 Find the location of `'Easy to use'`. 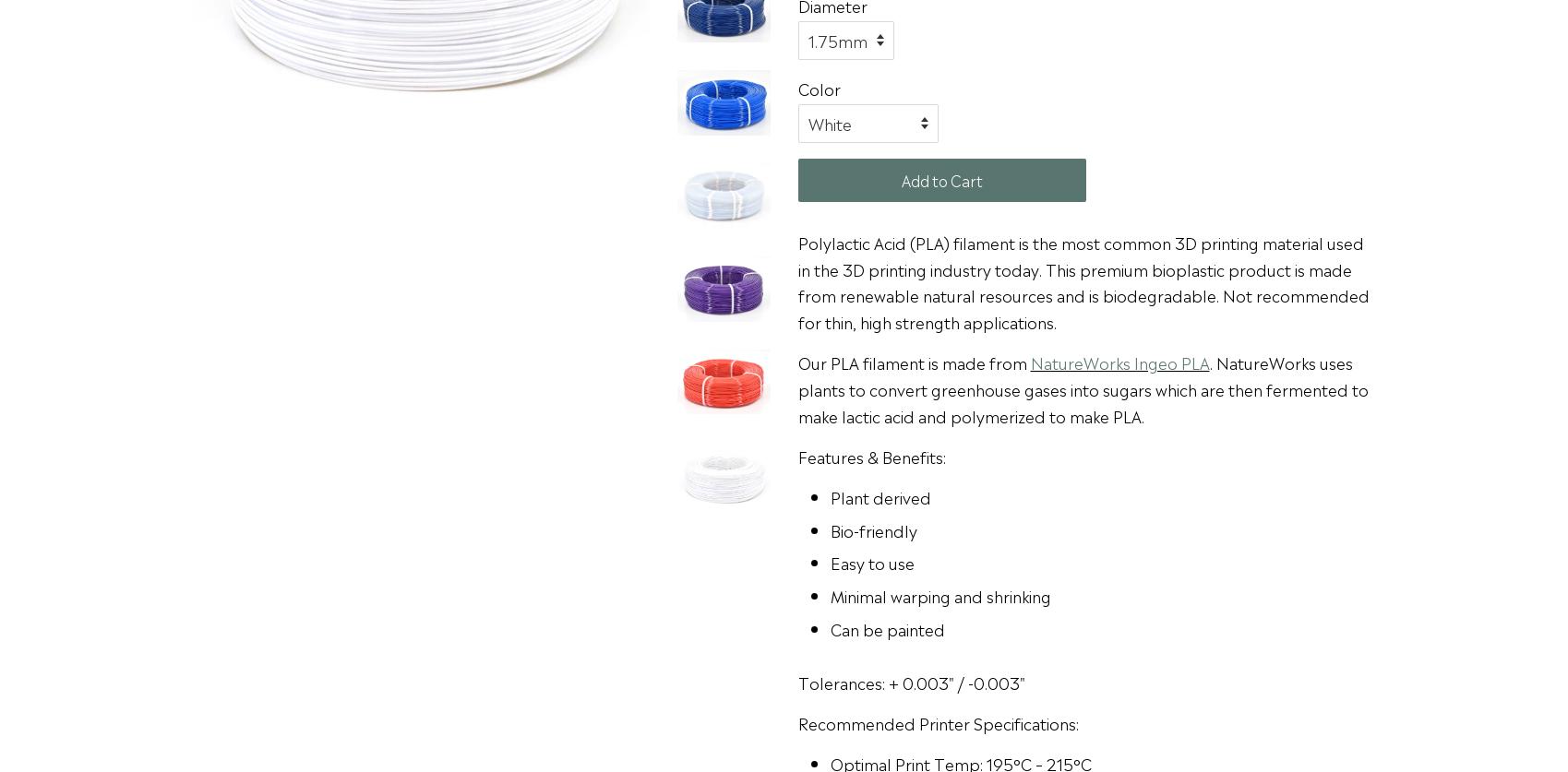

'Easy to use' is located at coordinates (871, 562).